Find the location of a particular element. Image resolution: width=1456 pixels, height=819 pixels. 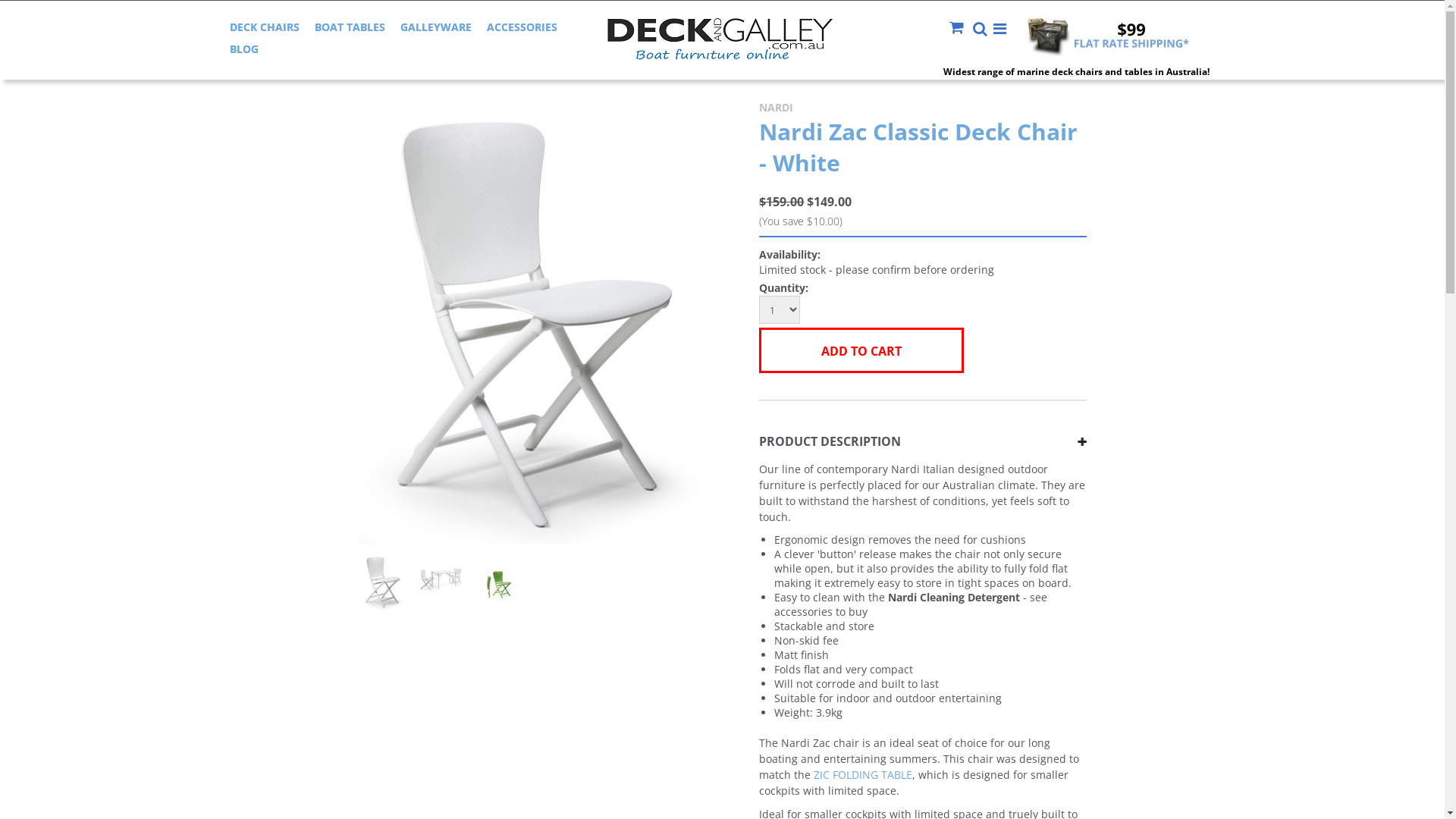

'GALLEYWARE' is located at coordinates (400, 27).